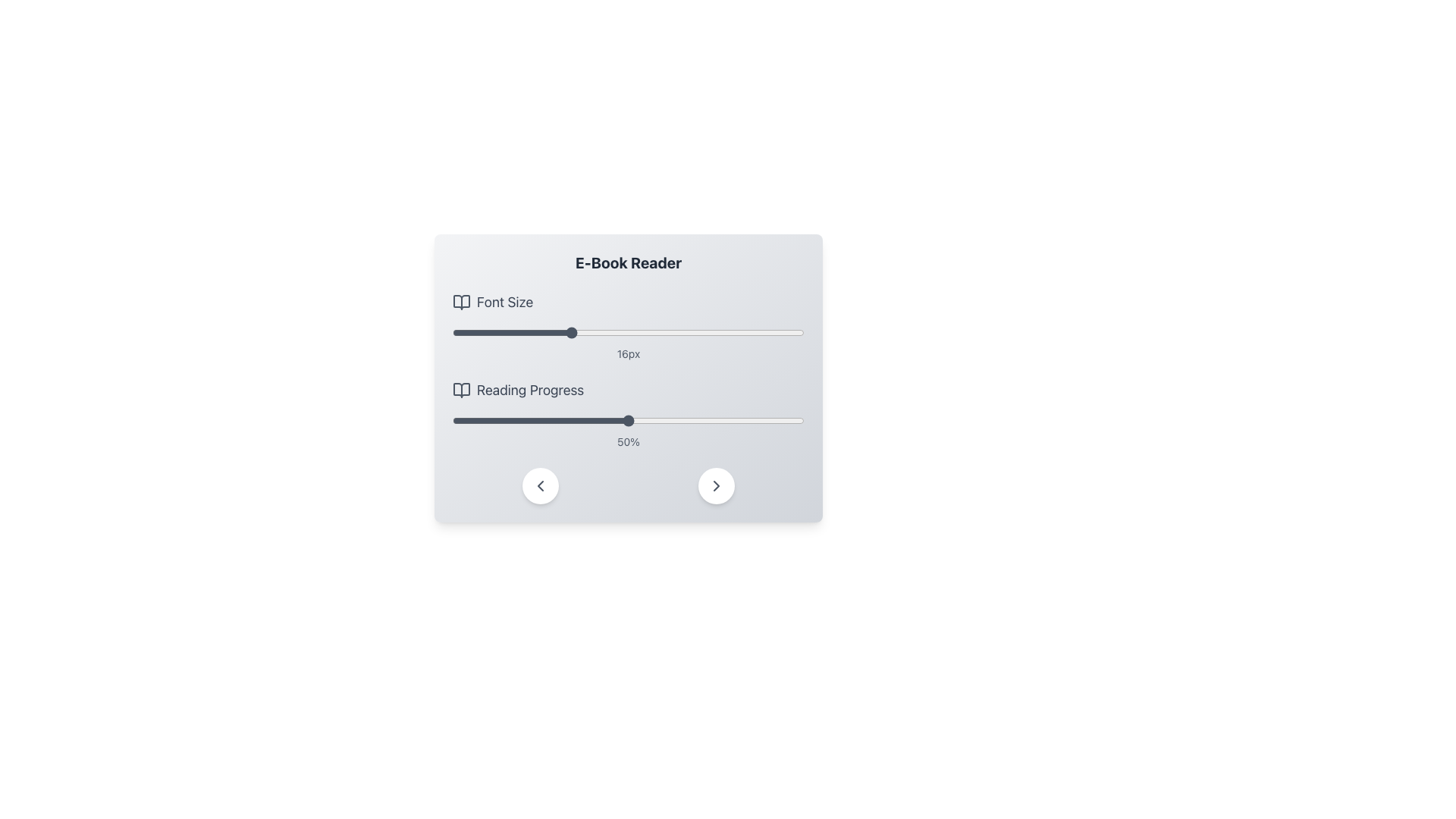 The image size is (1456, 819). I want to click on the reading progress icon located to the left of the 'Reading Progress' text label, so click(461, 390).